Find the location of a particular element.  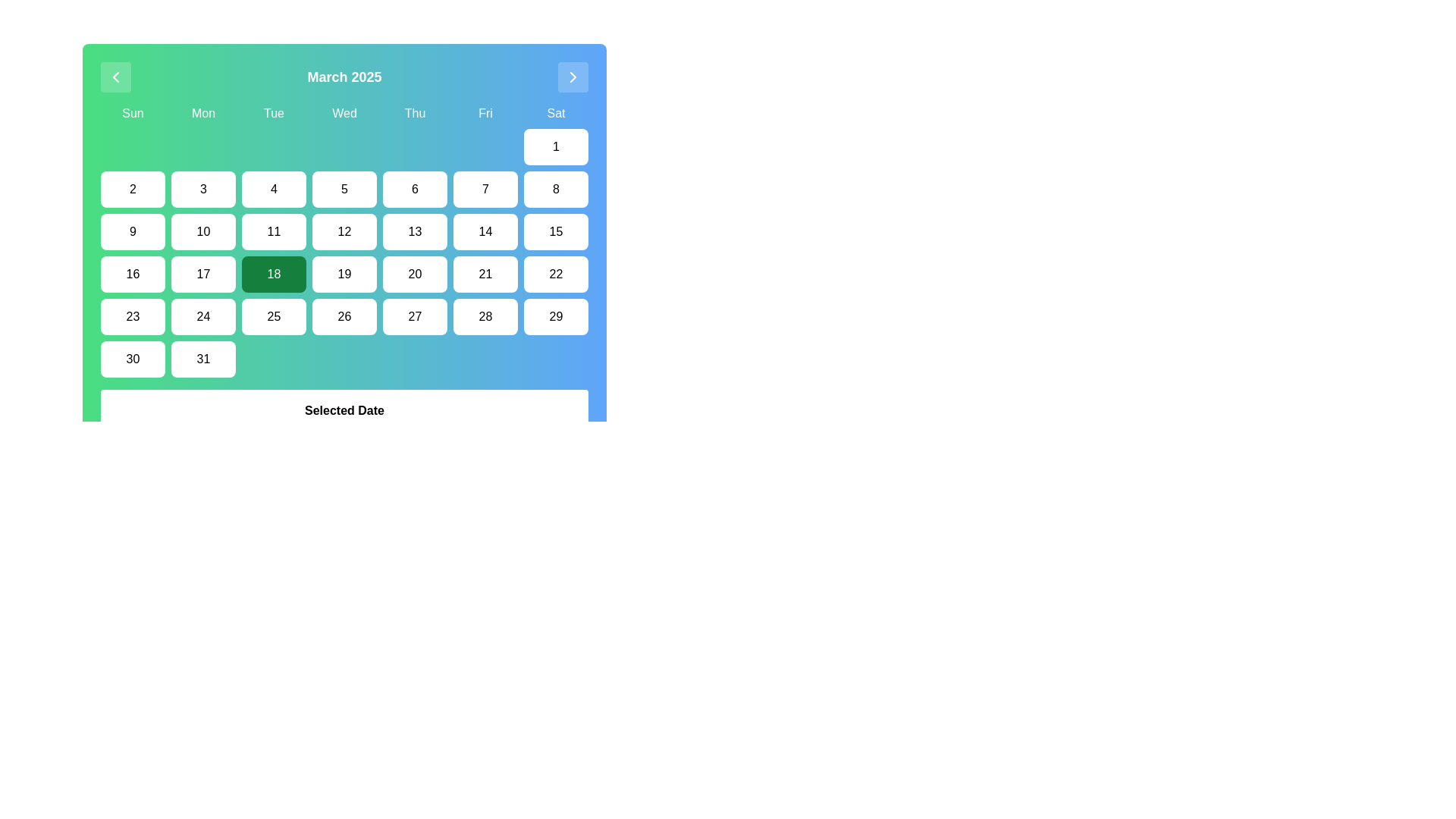

the rectangular button with rounded corners and a white background that displays the text '10' in bold black font, located in the calendar grid under the 'Mon' column, specifically in the third row is located at coordinates (202, 231).